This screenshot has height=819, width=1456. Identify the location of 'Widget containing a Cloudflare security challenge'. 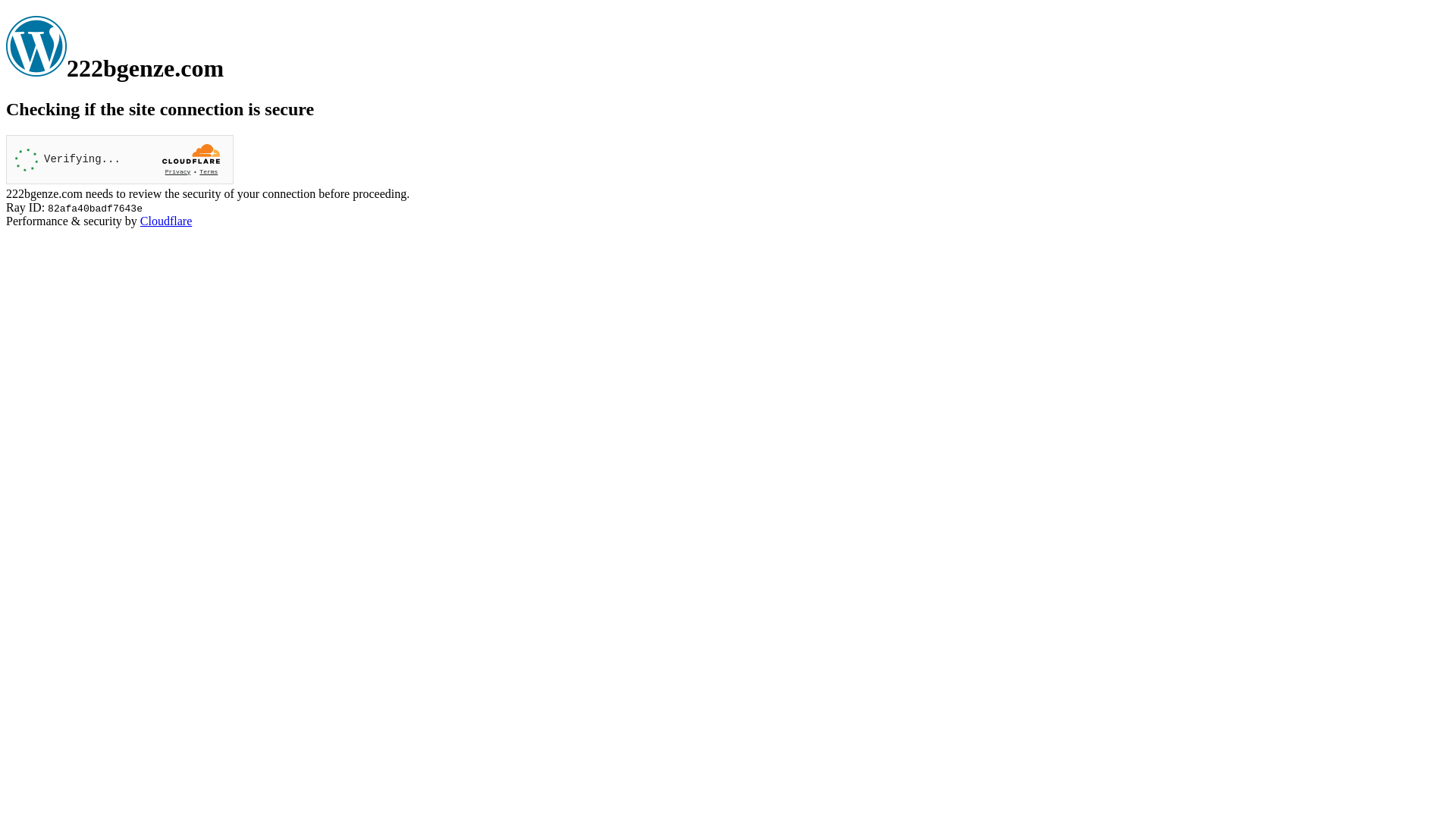
(119, 159).